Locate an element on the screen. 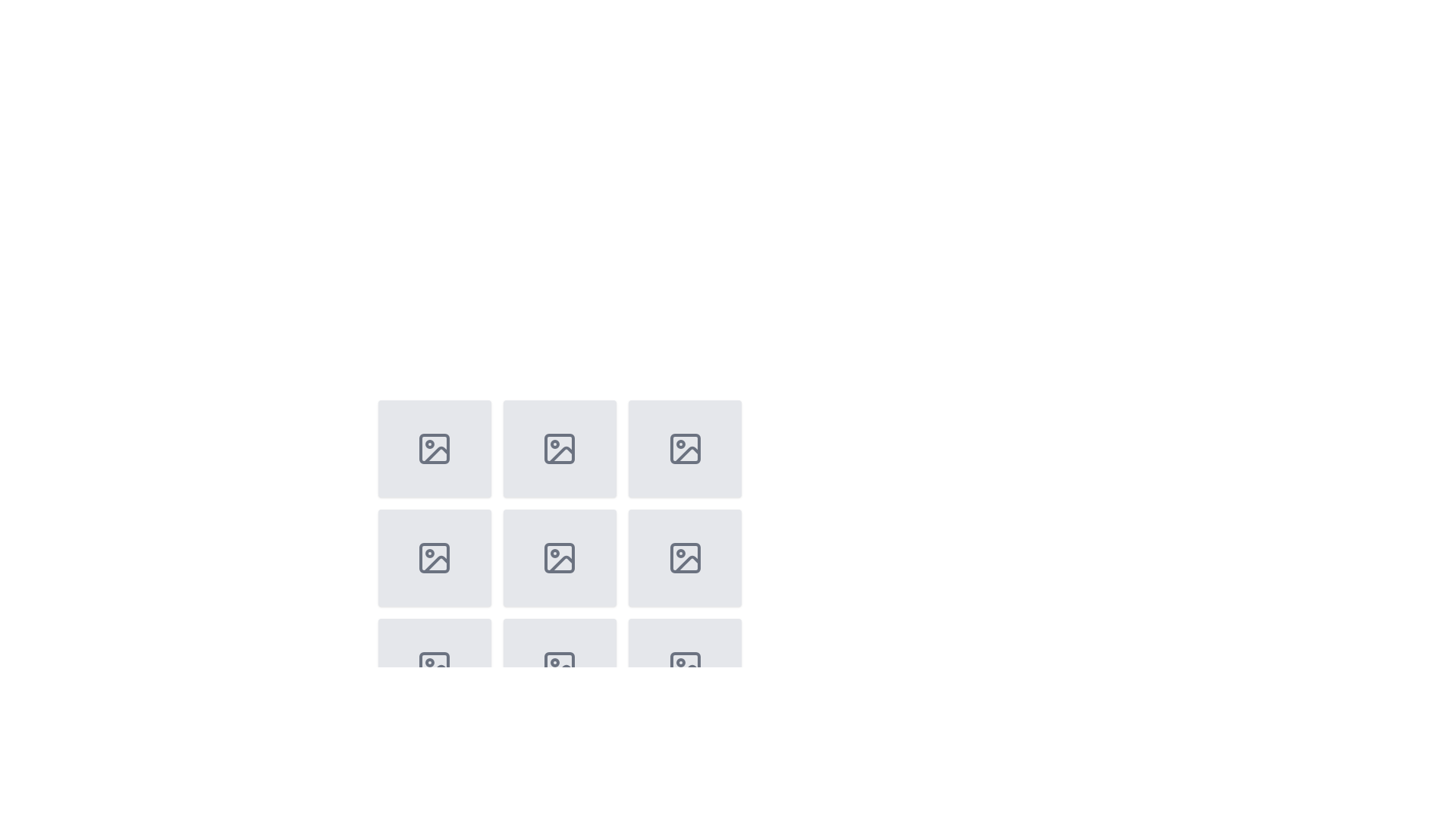  the rounded rectangle shape within the SVG-based icon, which is styled in a uniform gray tone and located in the center of the image placeholder icon is located at coordinates (559, 447).